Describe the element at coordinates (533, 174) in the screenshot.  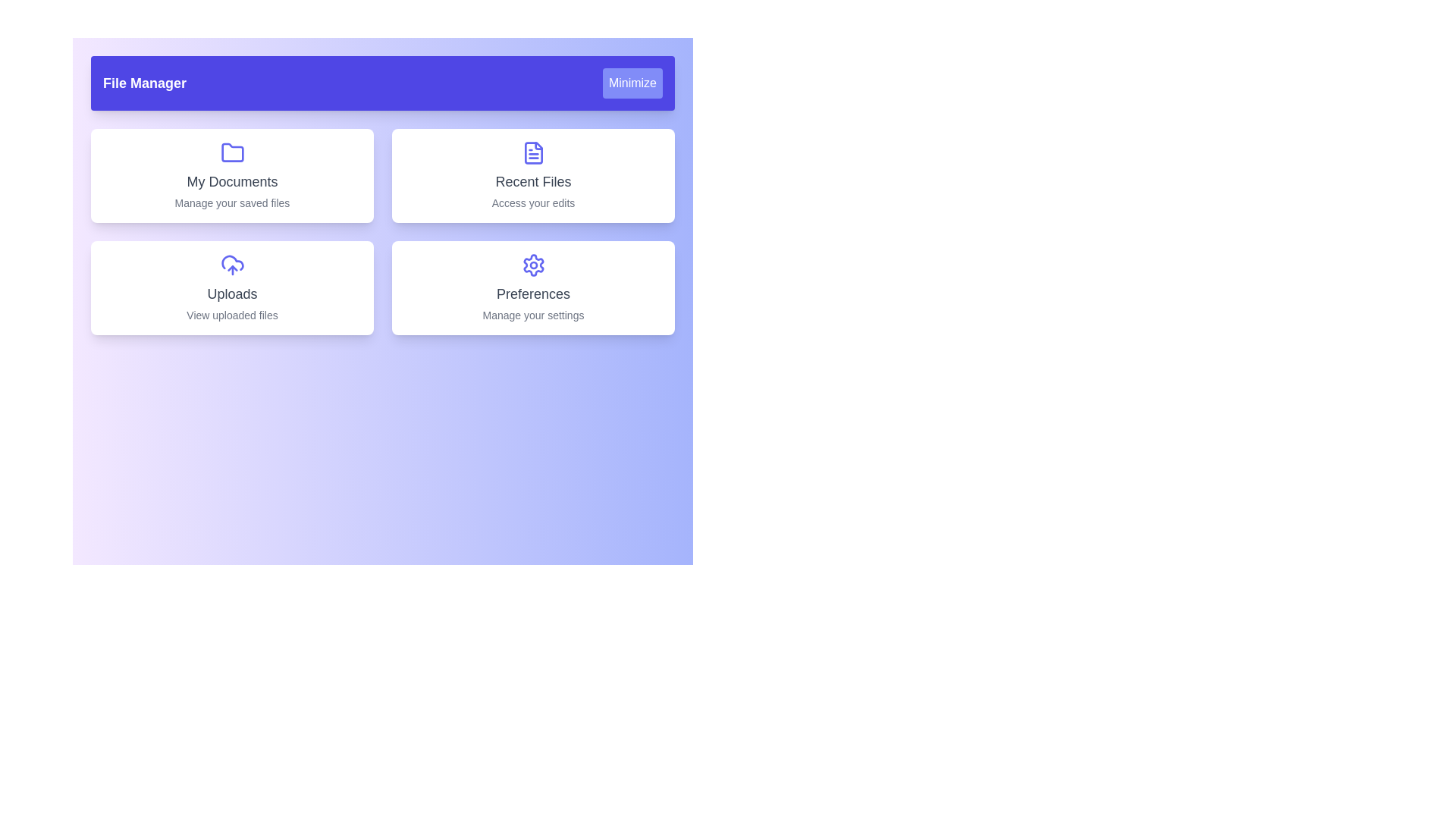
I see `the section labeled Recent Files to explore its functionality` at that location.